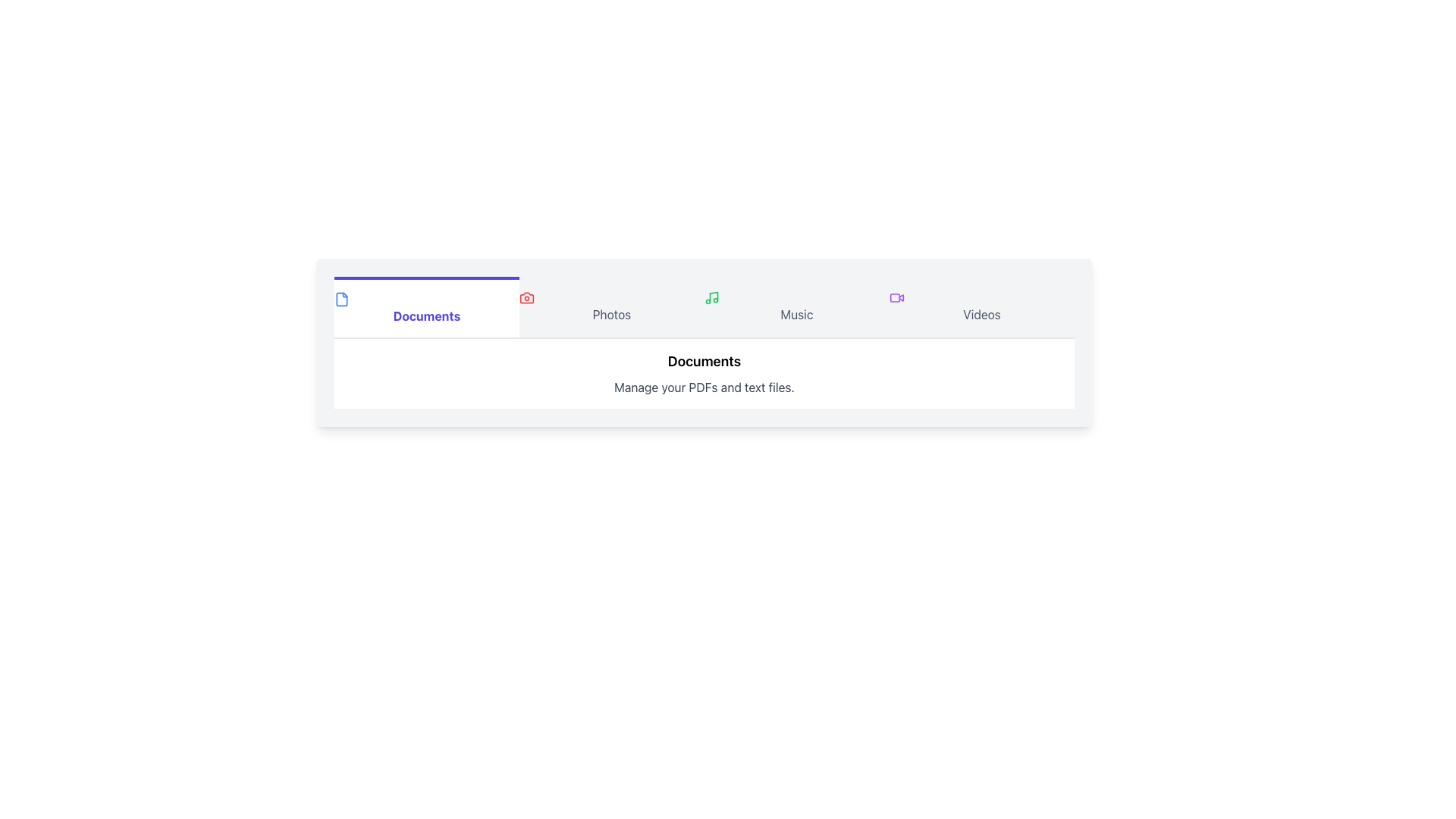  I want to click on the 'Documents' tab icon located at the leftmost side of the navigation bar, so click(341, 299).